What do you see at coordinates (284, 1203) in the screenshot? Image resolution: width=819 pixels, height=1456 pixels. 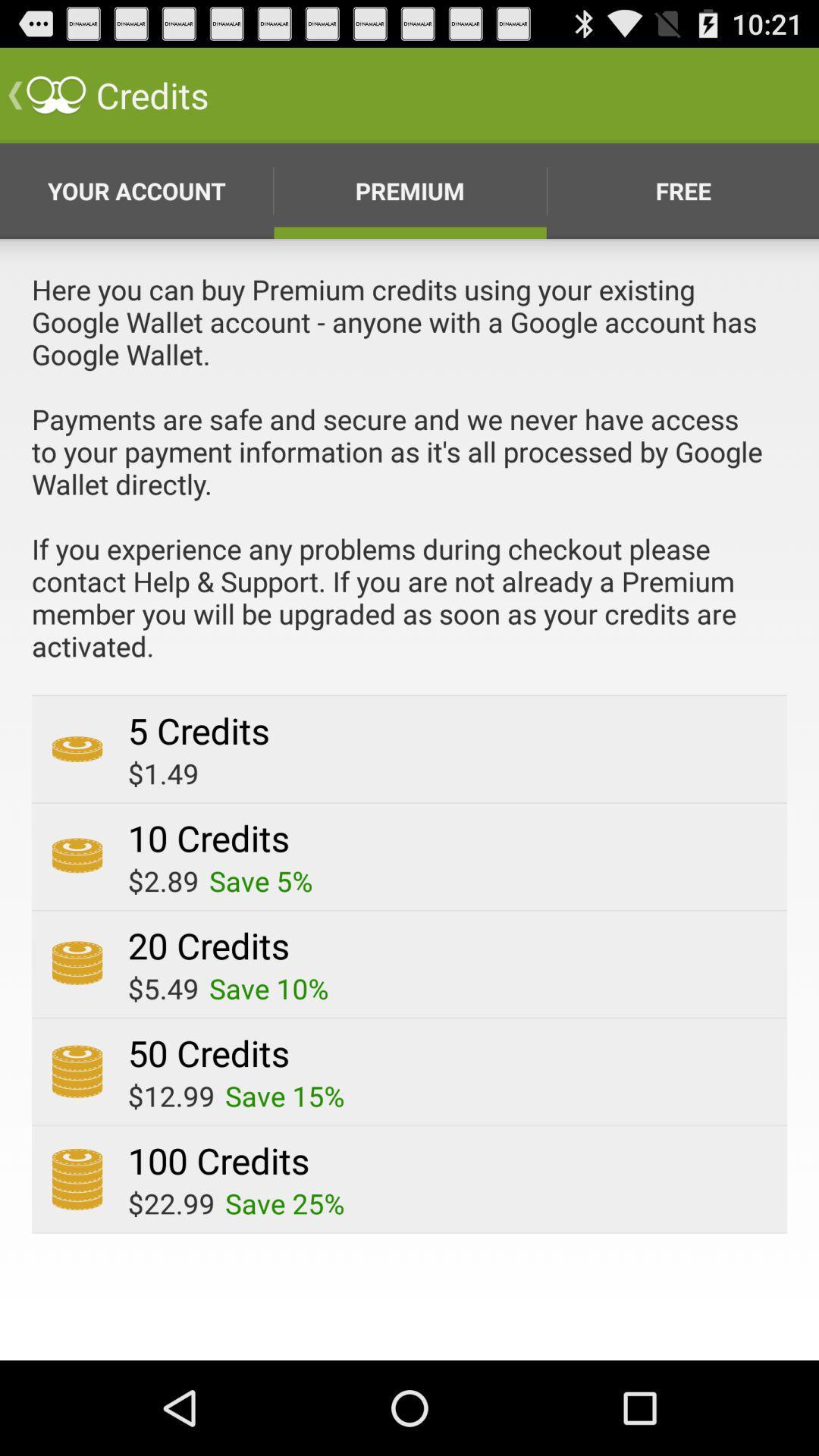 I see `app below the 100 credits` at bounding box center [284, 1203].